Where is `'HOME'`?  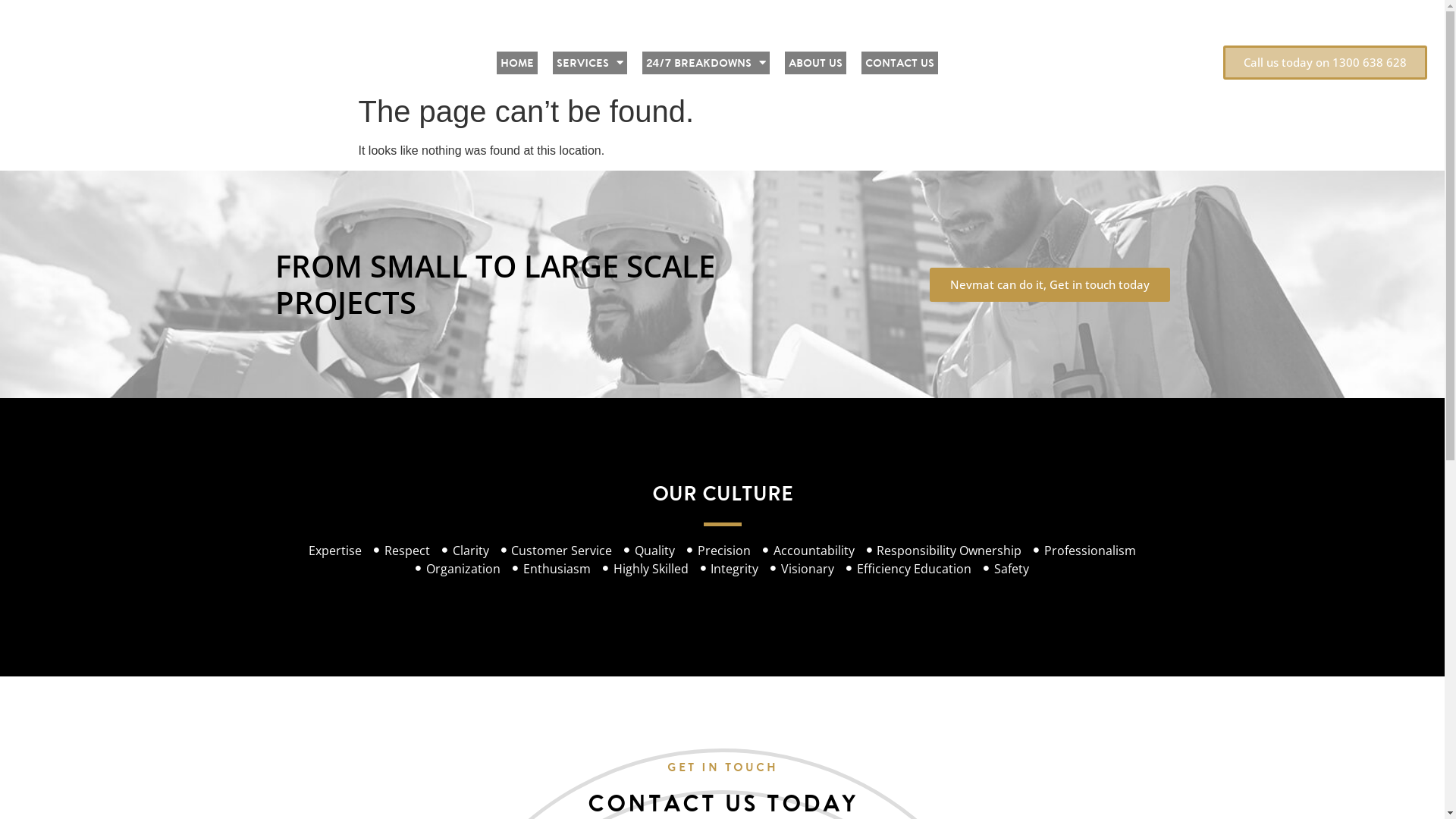 'HOME' is located at coordinates (516, 62).